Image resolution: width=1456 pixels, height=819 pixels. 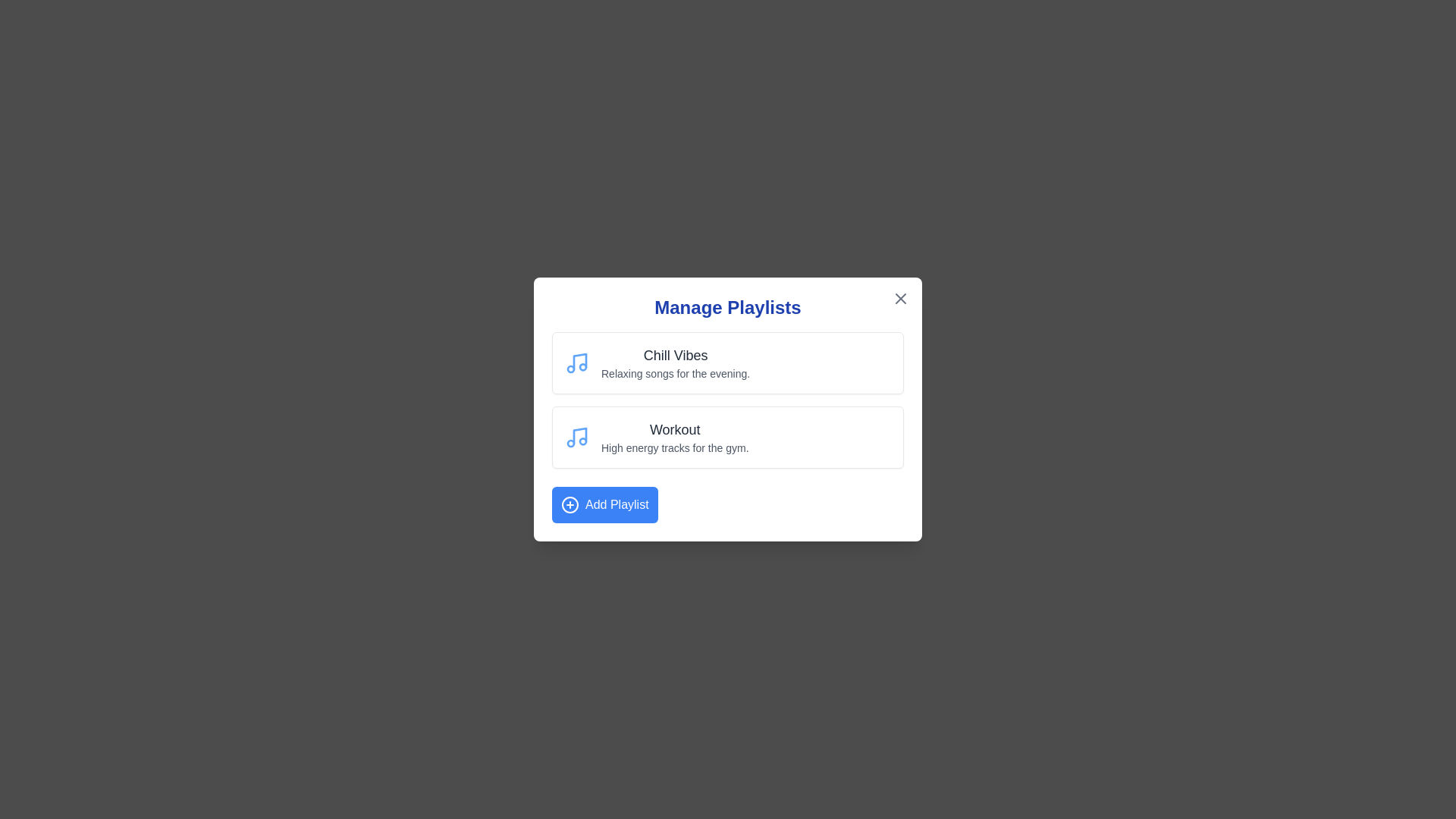 What do you see at coordinates (674, 430) in the screenshot?
I see `the text label displaying 'Workout', which is prominently styled in dark gray and located below 'Chill Vibes' in the second playlist entry` at bounding box center [674, 430].